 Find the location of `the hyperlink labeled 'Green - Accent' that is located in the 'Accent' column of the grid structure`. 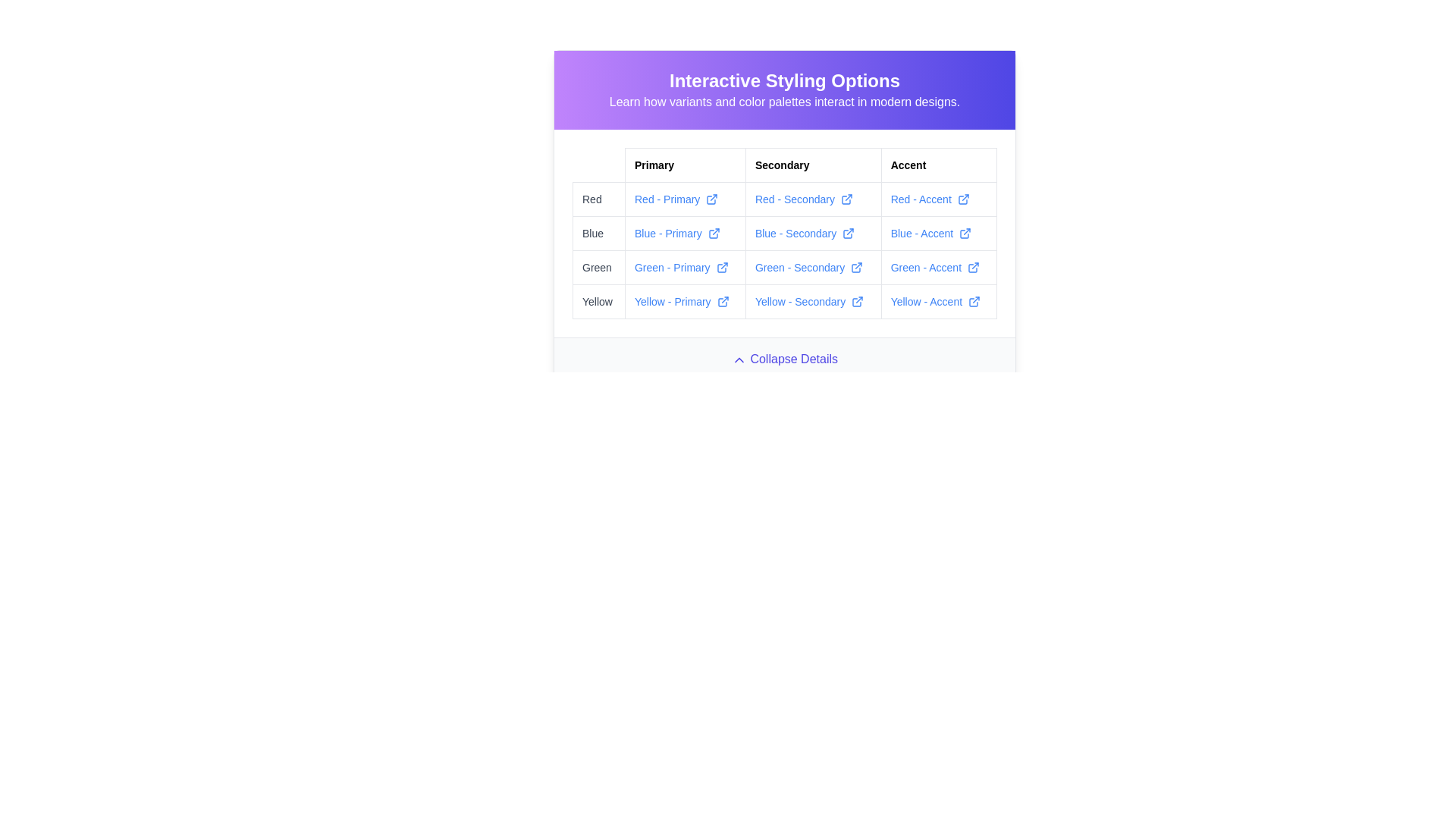

the hyperlink labeled 'Green - Accent' that is located in the 'Accent' column of the grid structure is located at coordinates (938, 267).